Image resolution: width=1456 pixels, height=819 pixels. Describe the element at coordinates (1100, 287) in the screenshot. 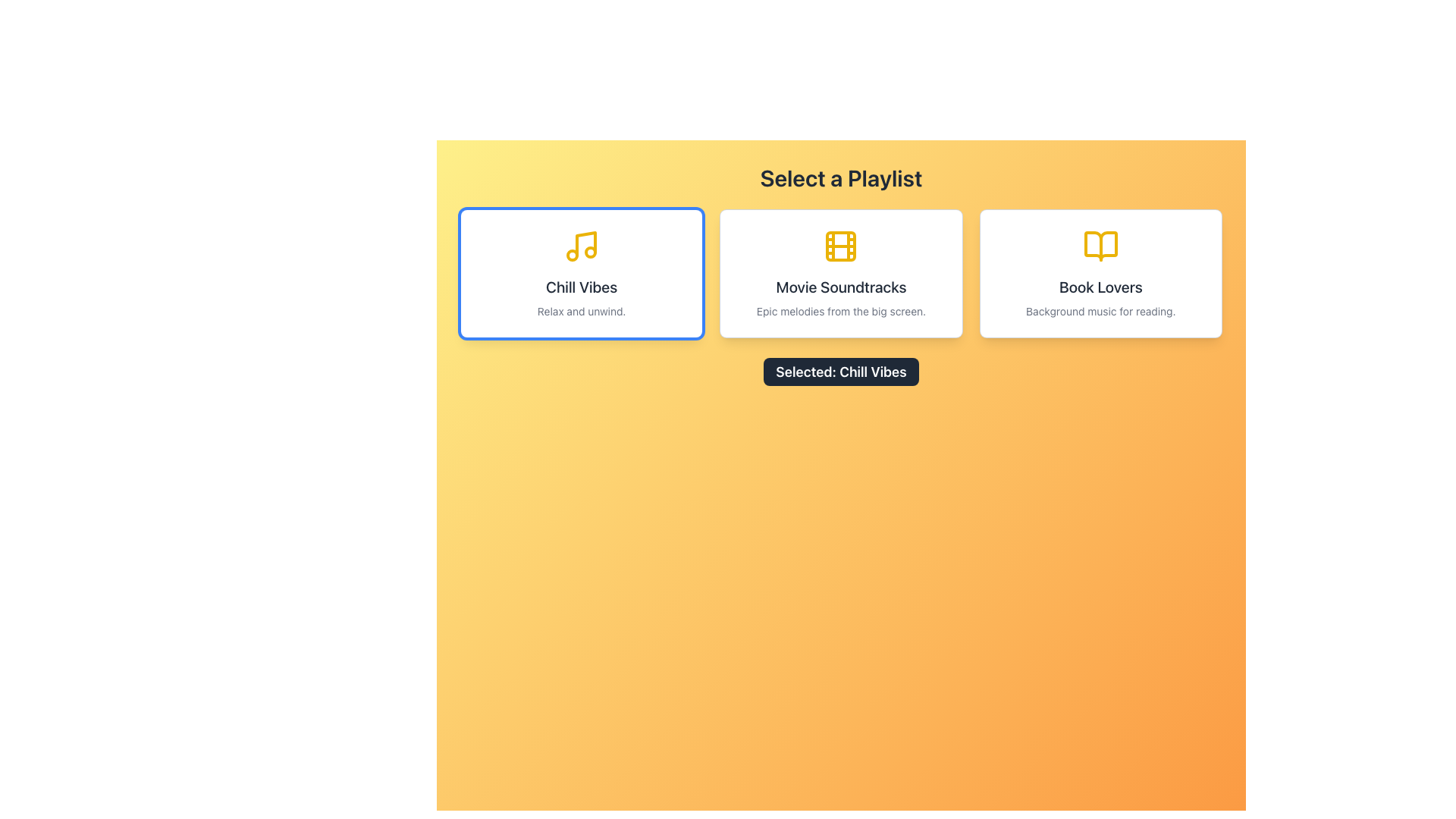

I see `the text label in the rightmost card that indicates the topic or category, located below the book icon and above the descriptive text 'Background music for reading.'` at that location.